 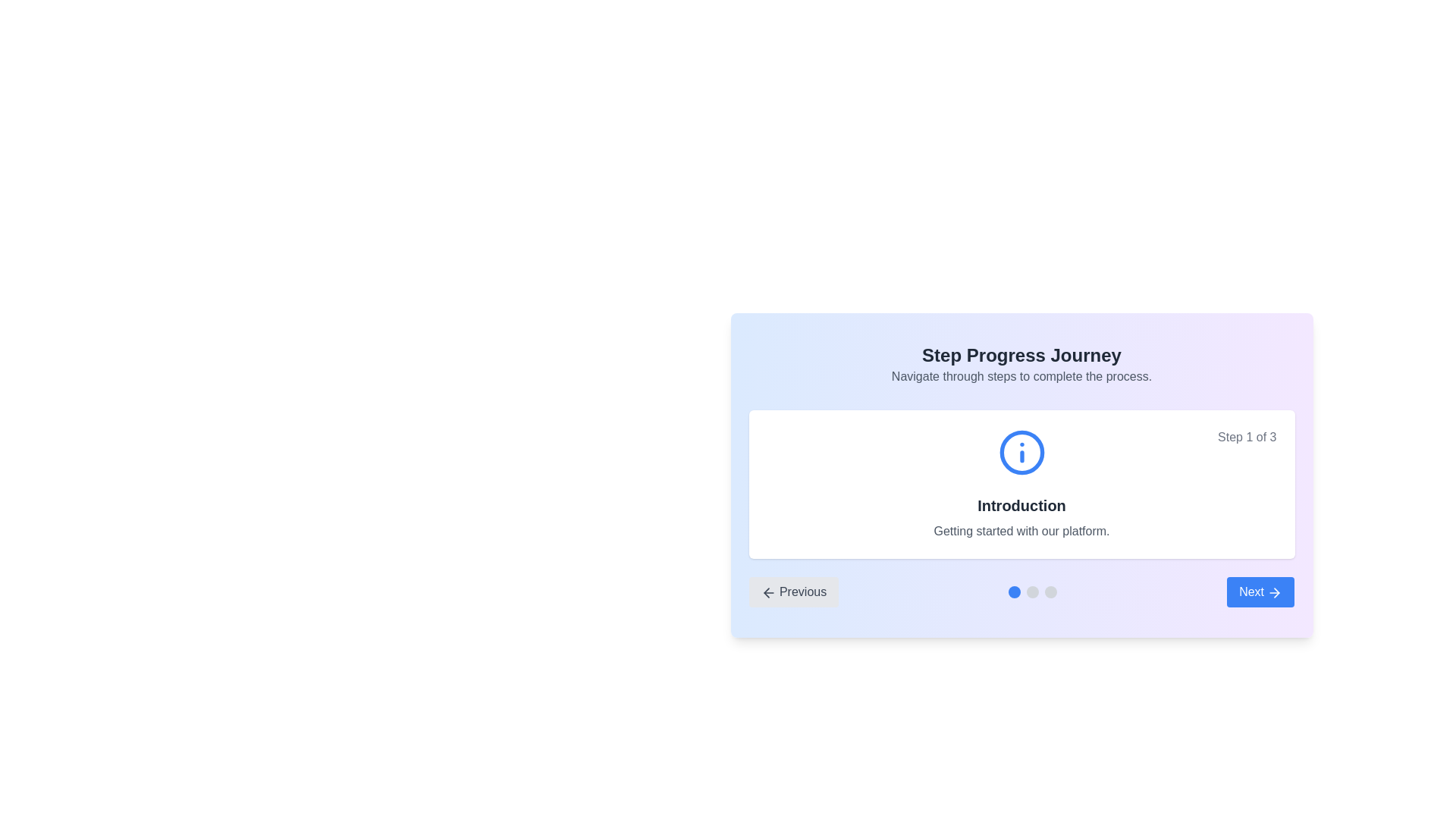 What do you see at coordinates (1021, 452) in the screenshot?
I see `the information icon, which is a circular blue outline with an 'i' in the center, located near the top center of a white card above the text 'Introduction' on the purple gradient panel titled 'Step Progress Journey'` at bounding box center [1021, 452].